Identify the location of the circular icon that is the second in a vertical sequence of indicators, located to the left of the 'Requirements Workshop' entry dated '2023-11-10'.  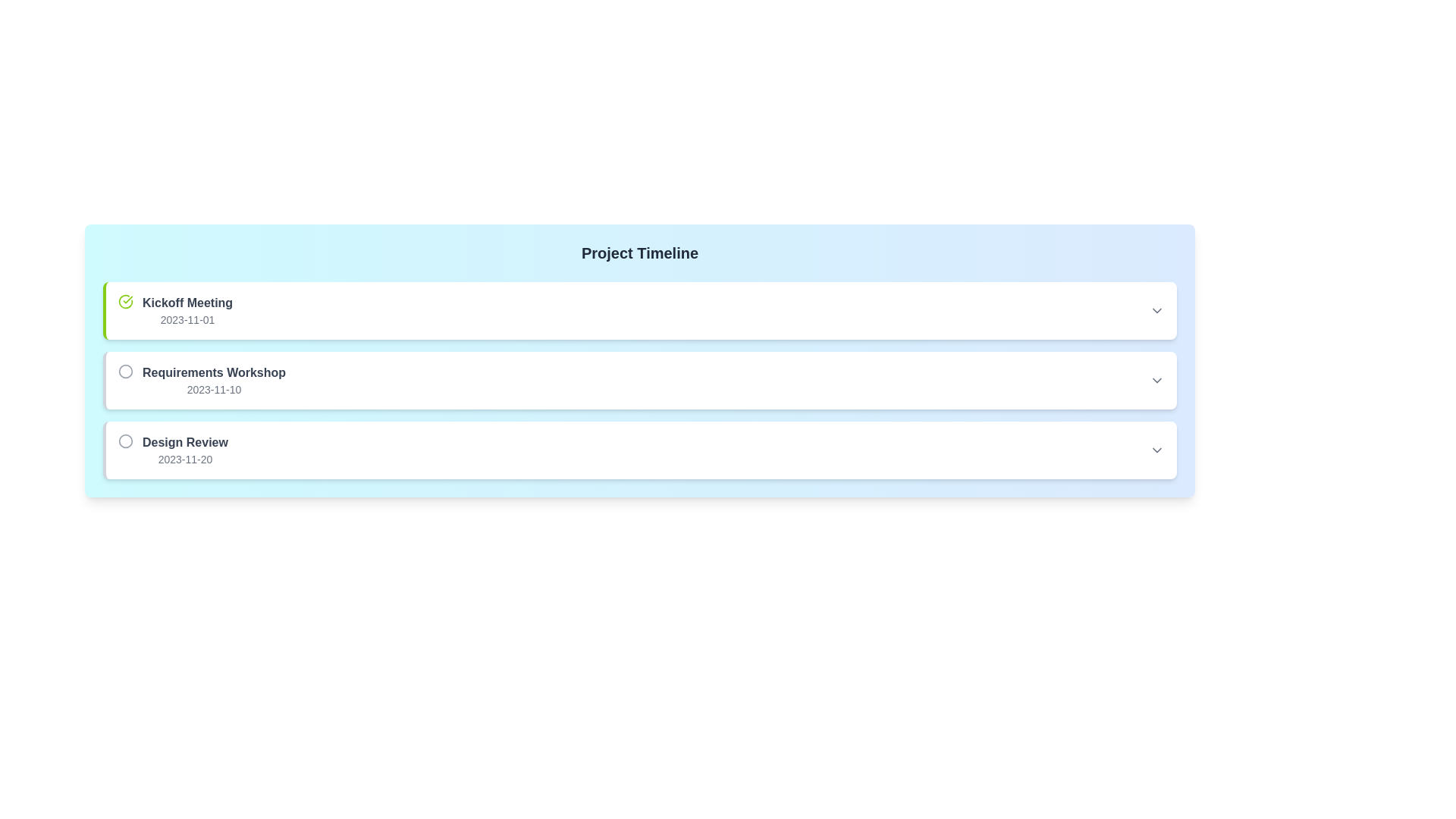
(126, 371).